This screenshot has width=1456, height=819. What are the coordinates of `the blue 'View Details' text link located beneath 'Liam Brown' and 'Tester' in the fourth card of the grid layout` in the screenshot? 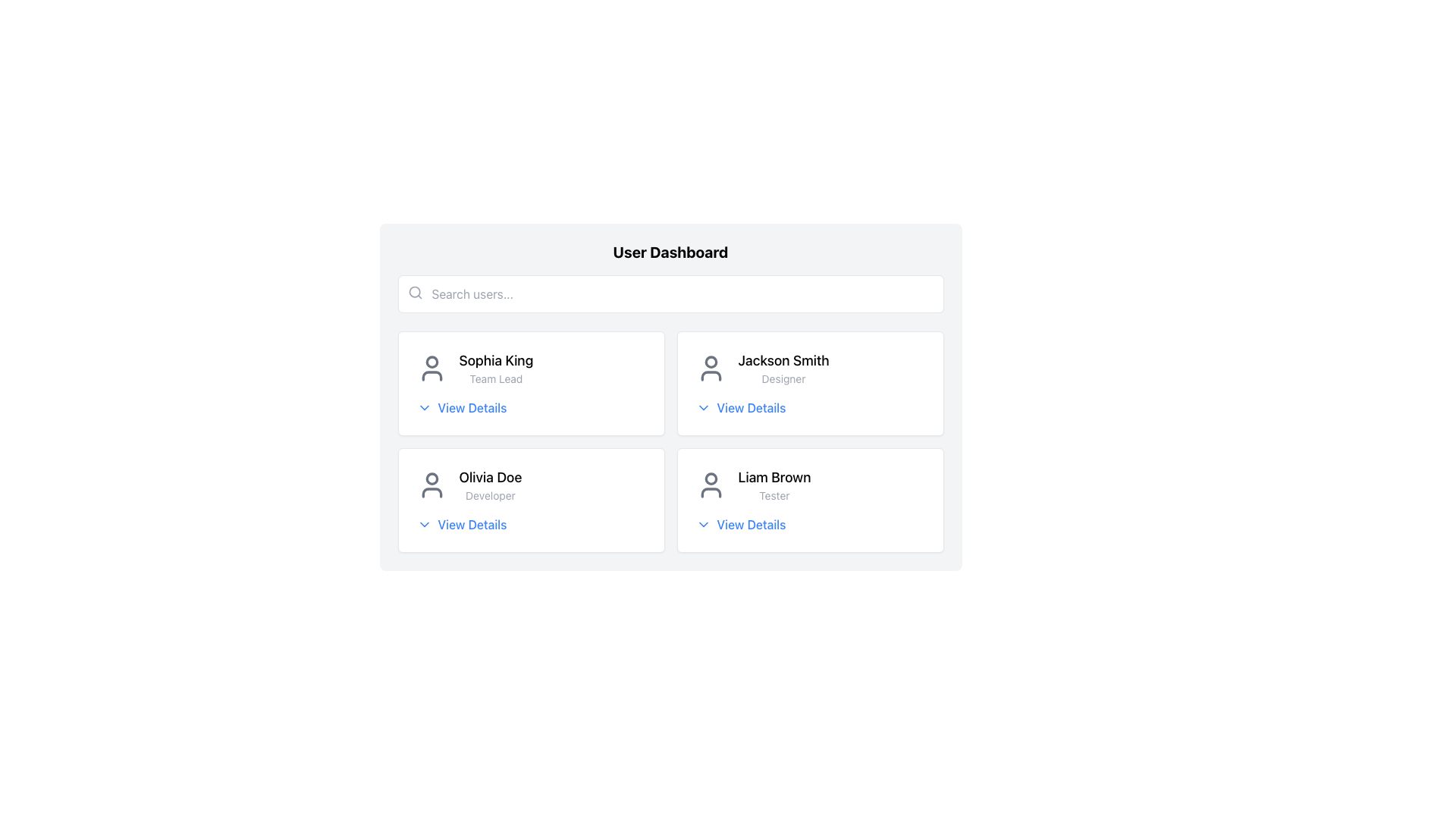 It's located at (741, 523).